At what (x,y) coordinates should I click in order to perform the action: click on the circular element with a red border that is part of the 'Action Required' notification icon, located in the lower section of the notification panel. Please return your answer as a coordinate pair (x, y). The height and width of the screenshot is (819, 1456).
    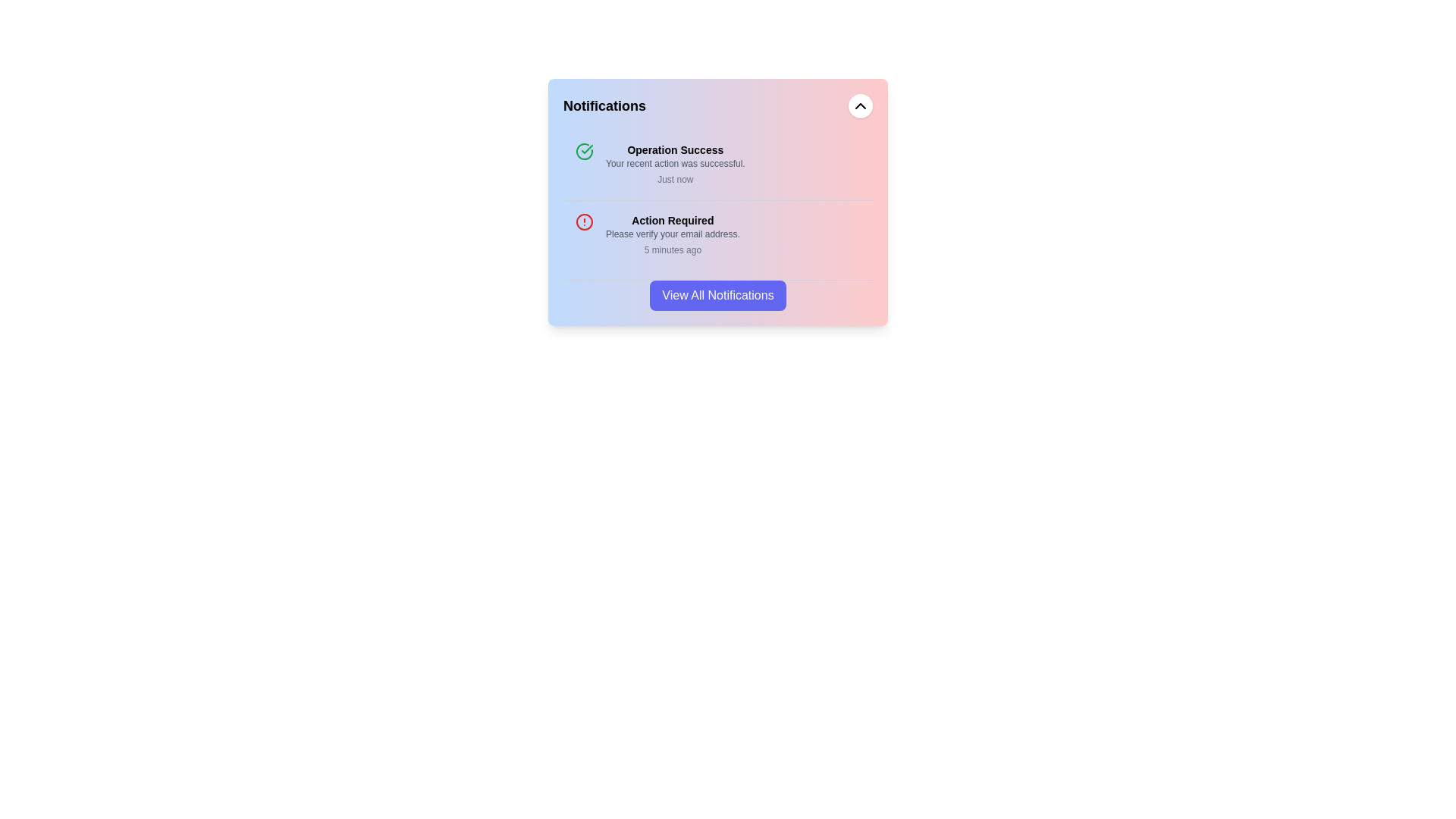
    Looking at the image, I should click on (584, 222).